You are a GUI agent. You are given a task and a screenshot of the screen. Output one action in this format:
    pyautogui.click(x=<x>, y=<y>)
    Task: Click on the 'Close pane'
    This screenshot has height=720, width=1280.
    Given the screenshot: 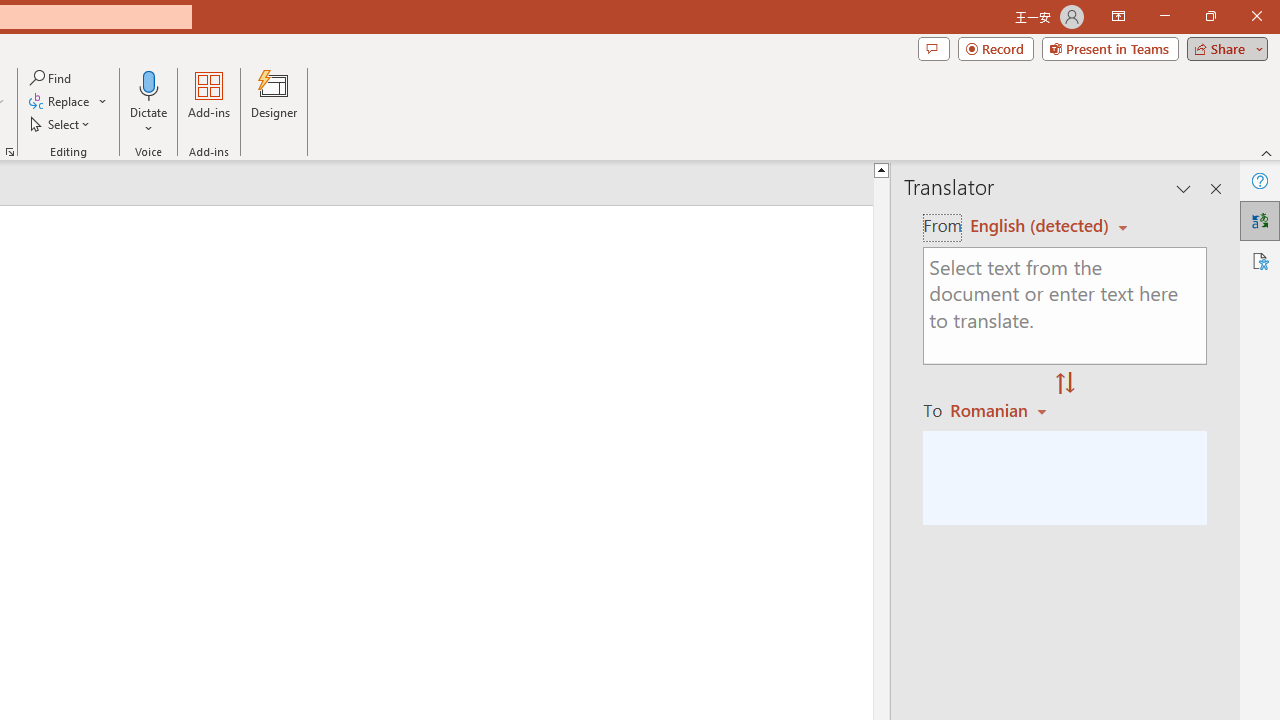 What is the action you would take?
    pyautogui.click(x=1215, y=189)
    